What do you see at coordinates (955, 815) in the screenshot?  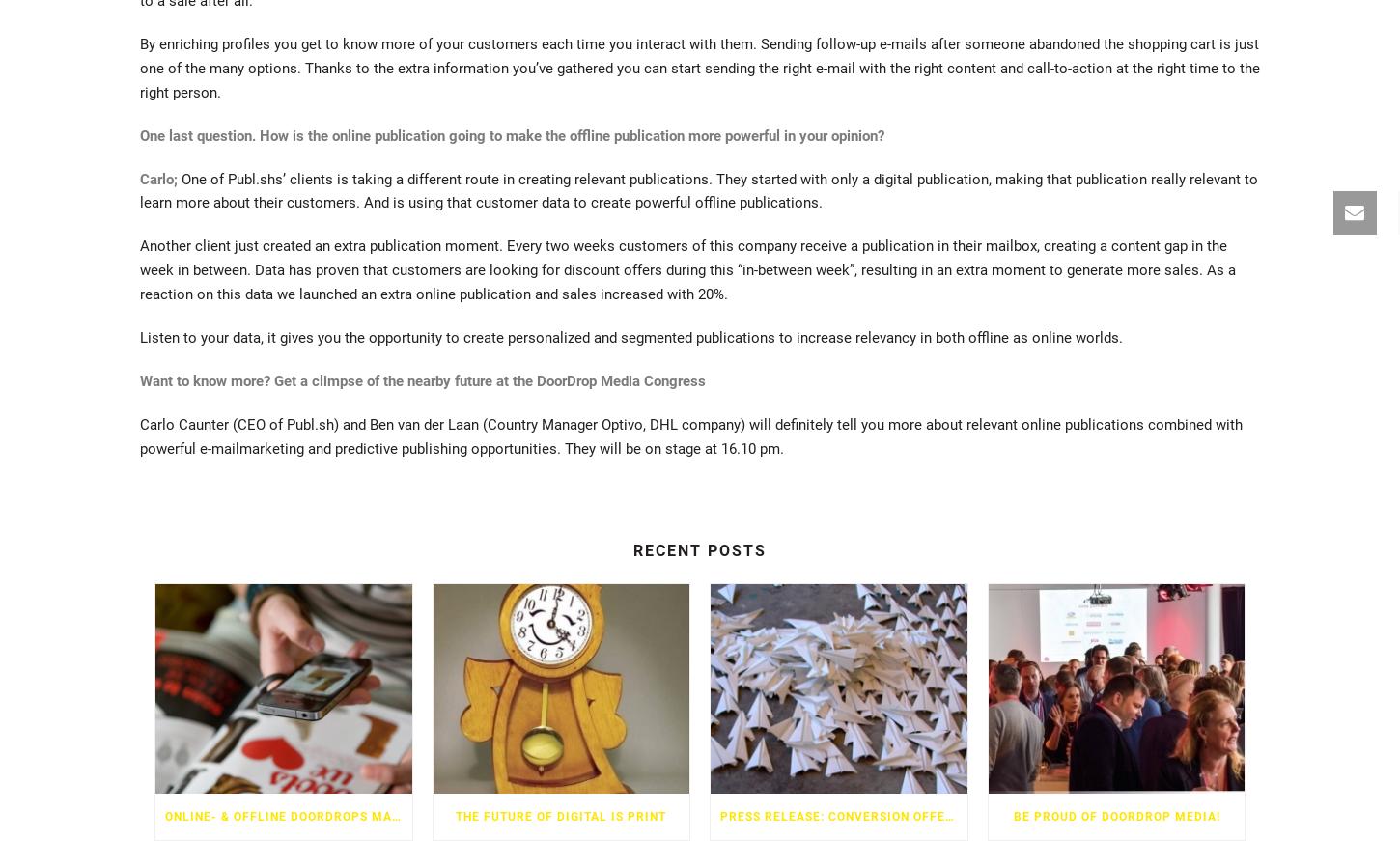 I see `'PRESS RELEASE: CONVERSION OFFERS ONLINE AND PAPER FLYER SIMULAR'` at bounding box center [955, 815].